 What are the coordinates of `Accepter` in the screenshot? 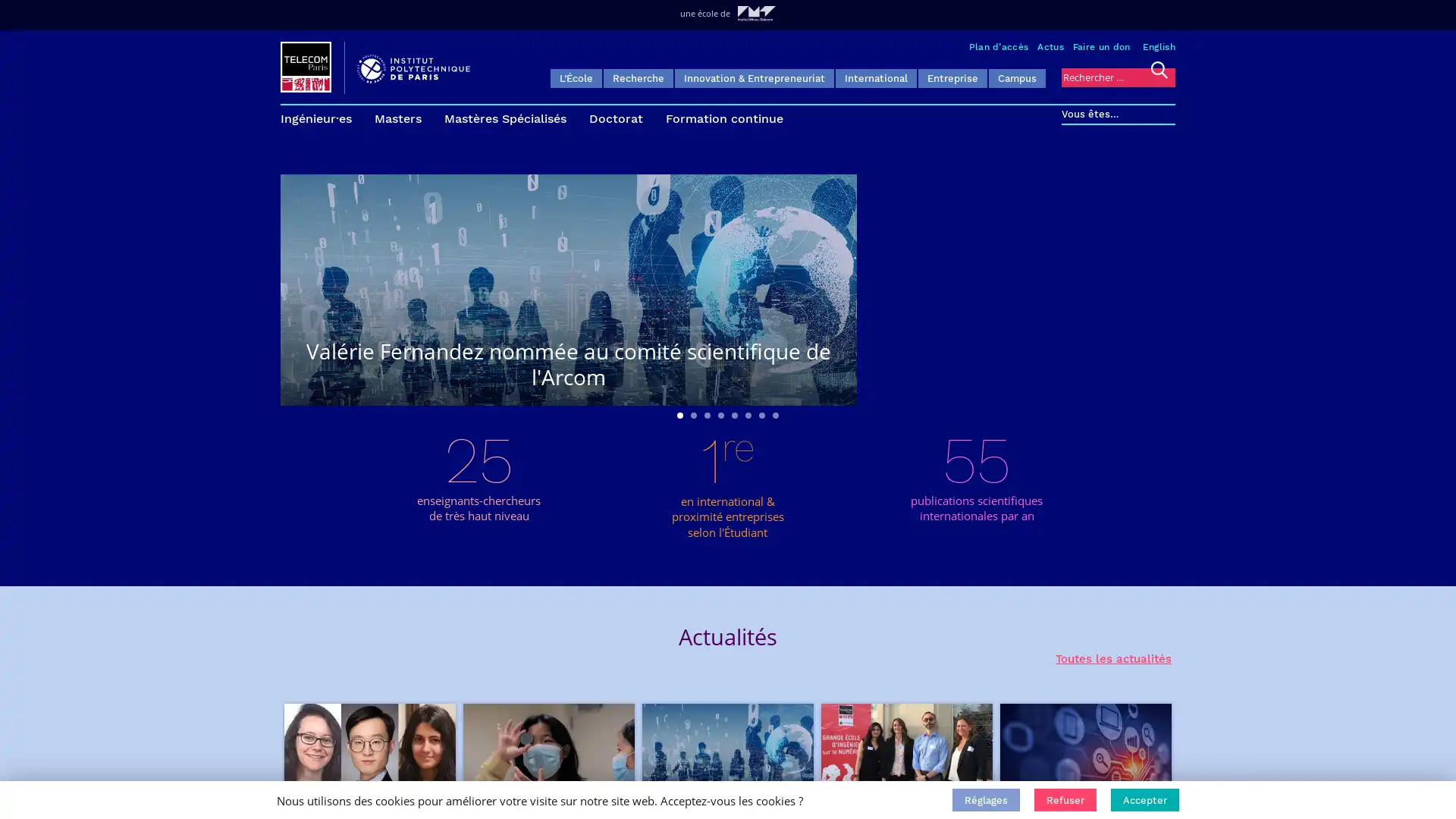 It's located at (1145, 799).